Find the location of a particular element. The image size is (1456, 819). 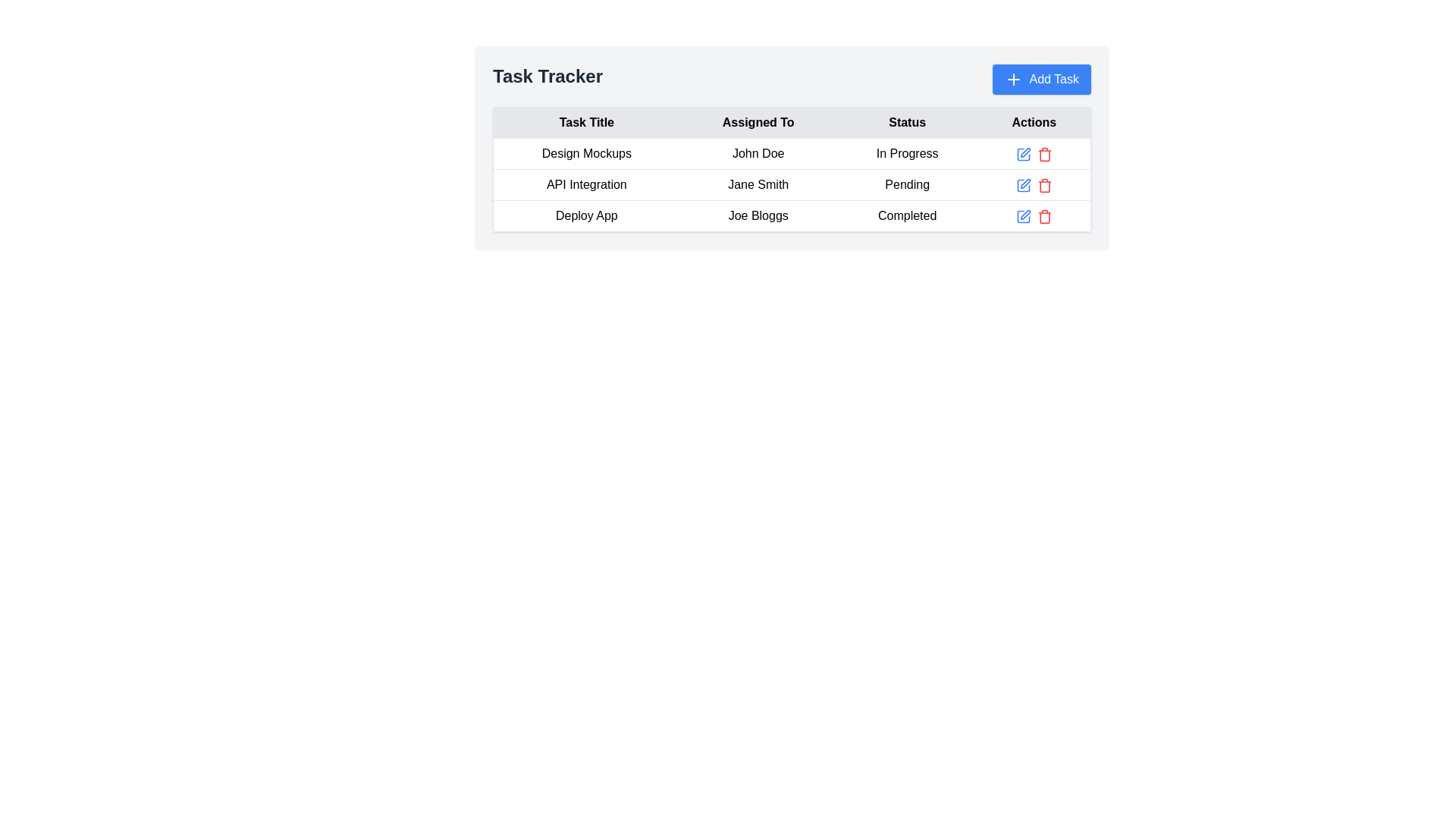

the leftmost button is located at coordinates (1023, 154).